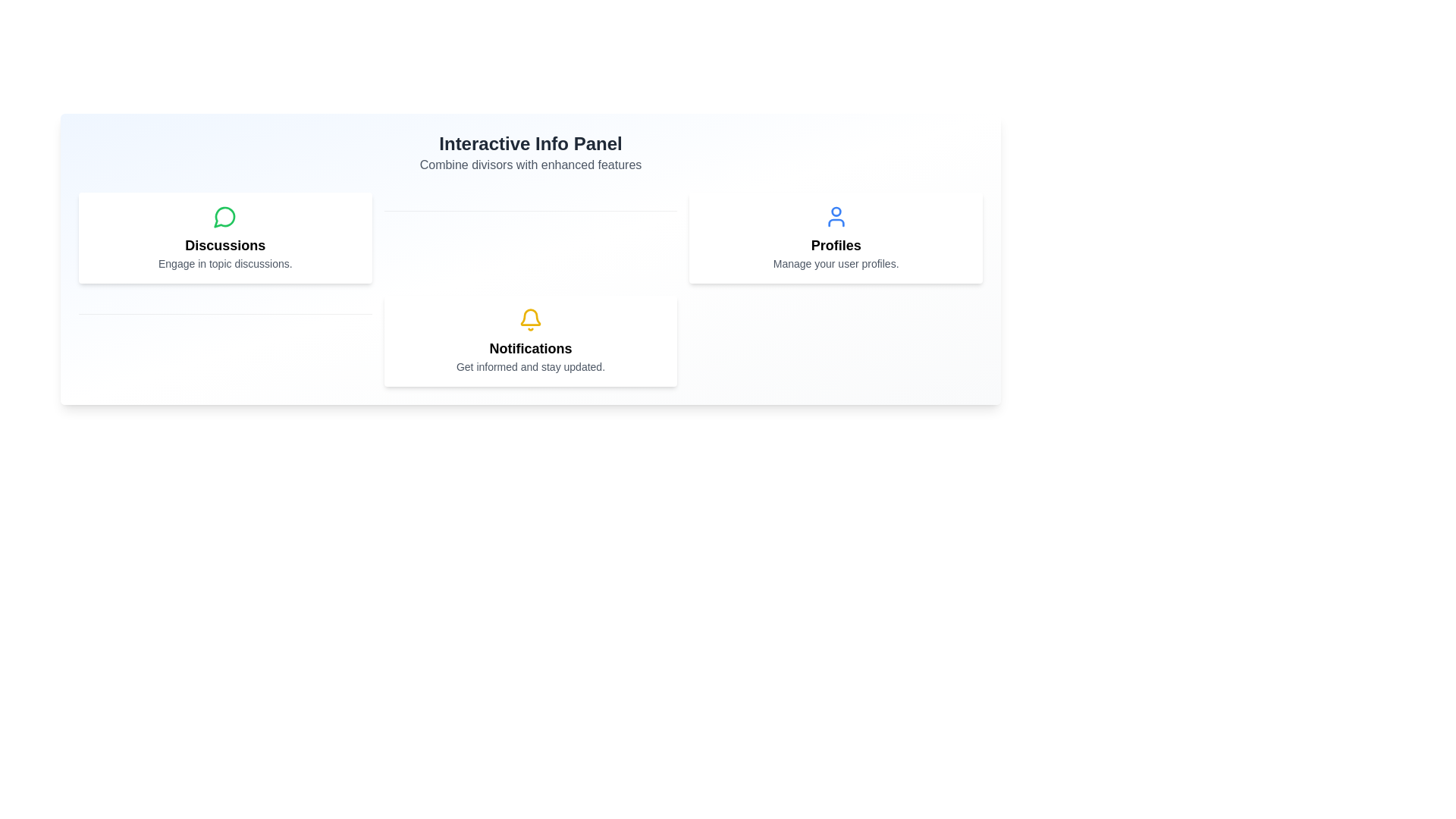 The image size is (1456, 819). I want to click on the upper part of the user profile icon represented, so click(835, 212).